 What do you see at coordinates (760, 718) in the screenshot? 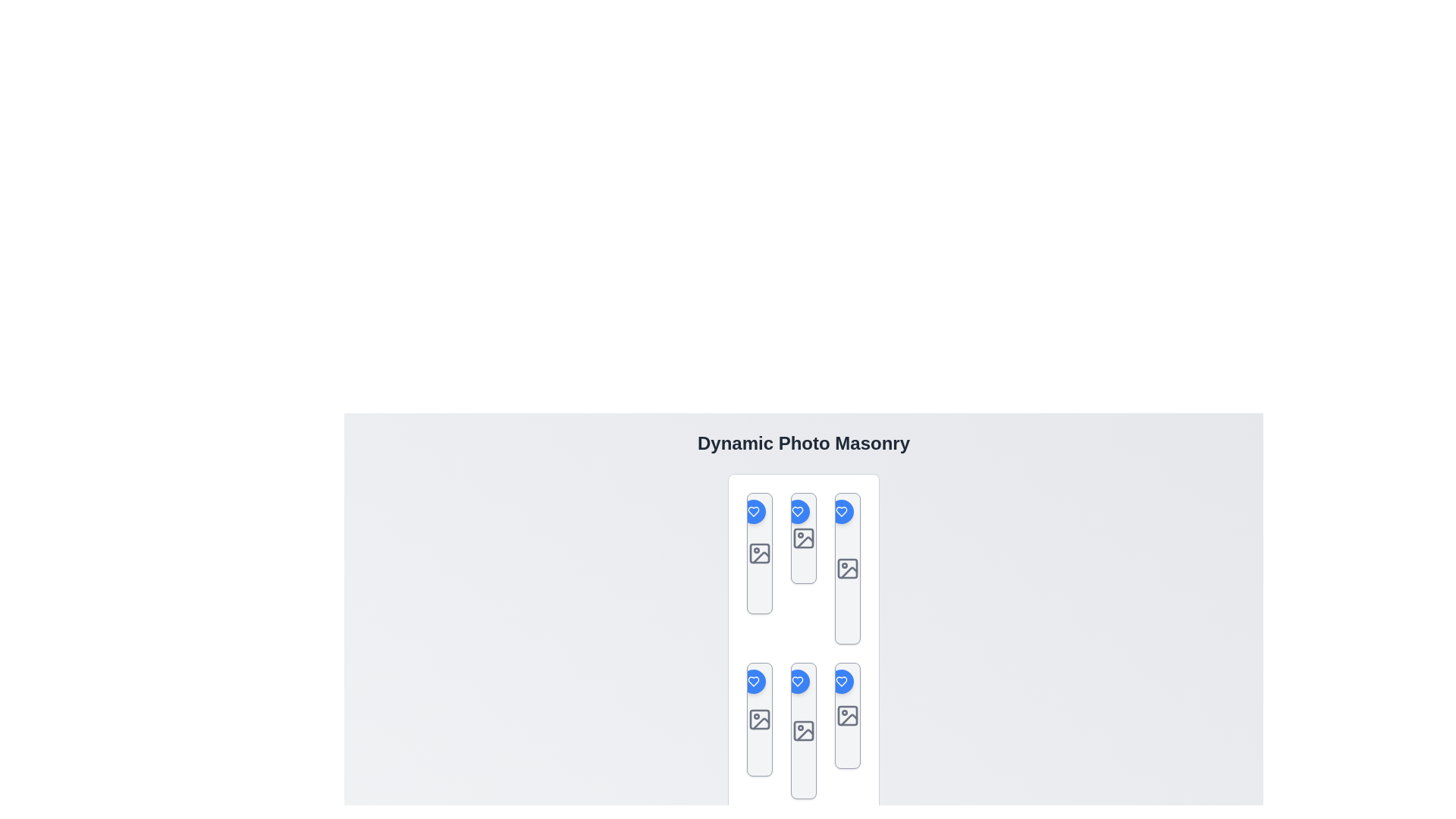
I see `the decorative graphical component located in the lower portion of an image icon, specifically in the fourth column and second row of the grid layout` at bounding box center [760, 718].